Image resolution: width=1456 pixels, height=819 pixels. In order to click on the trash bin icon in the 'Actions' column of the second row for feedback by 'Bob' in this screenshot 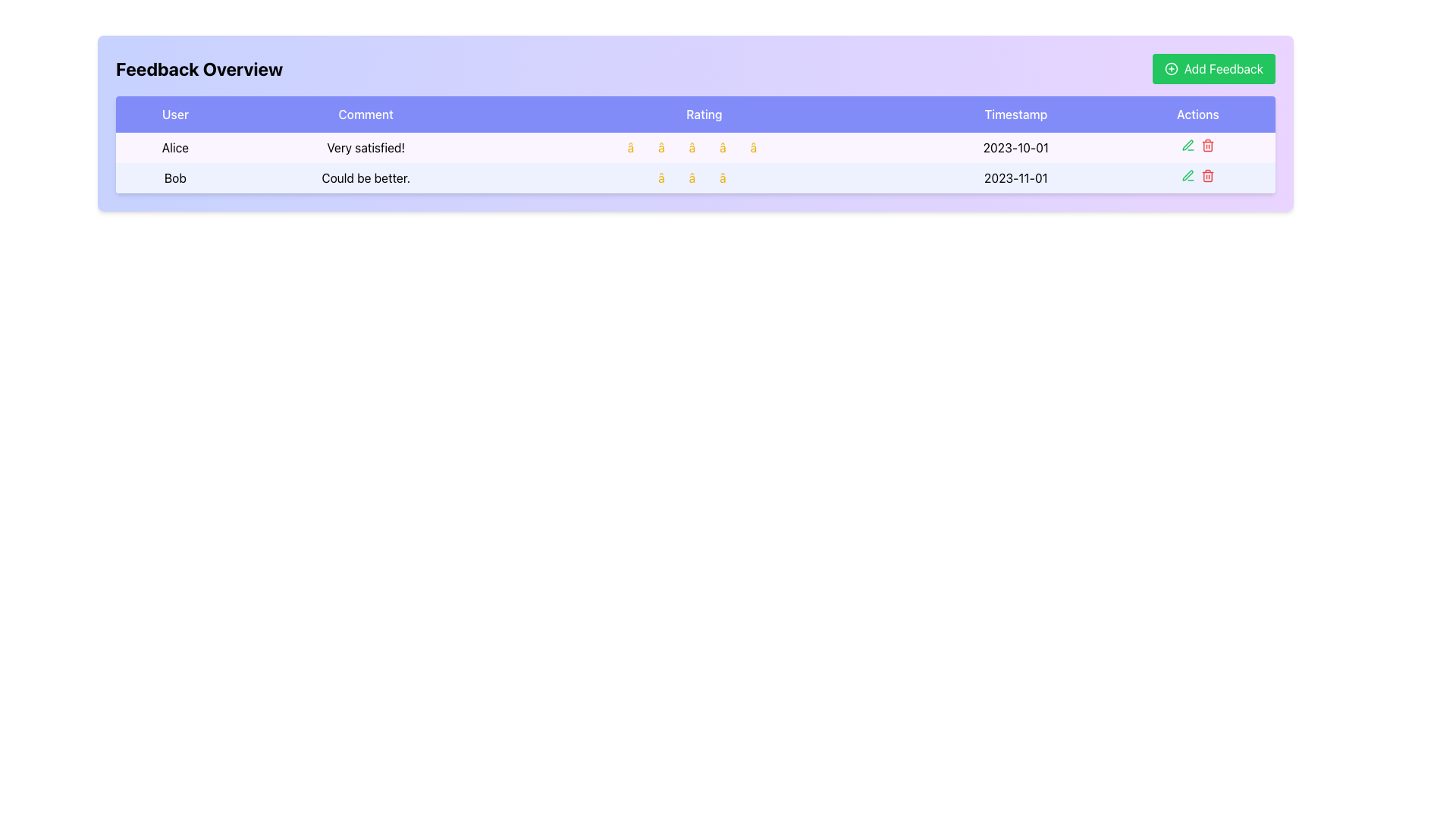, I will do `click(1207, 176)`.